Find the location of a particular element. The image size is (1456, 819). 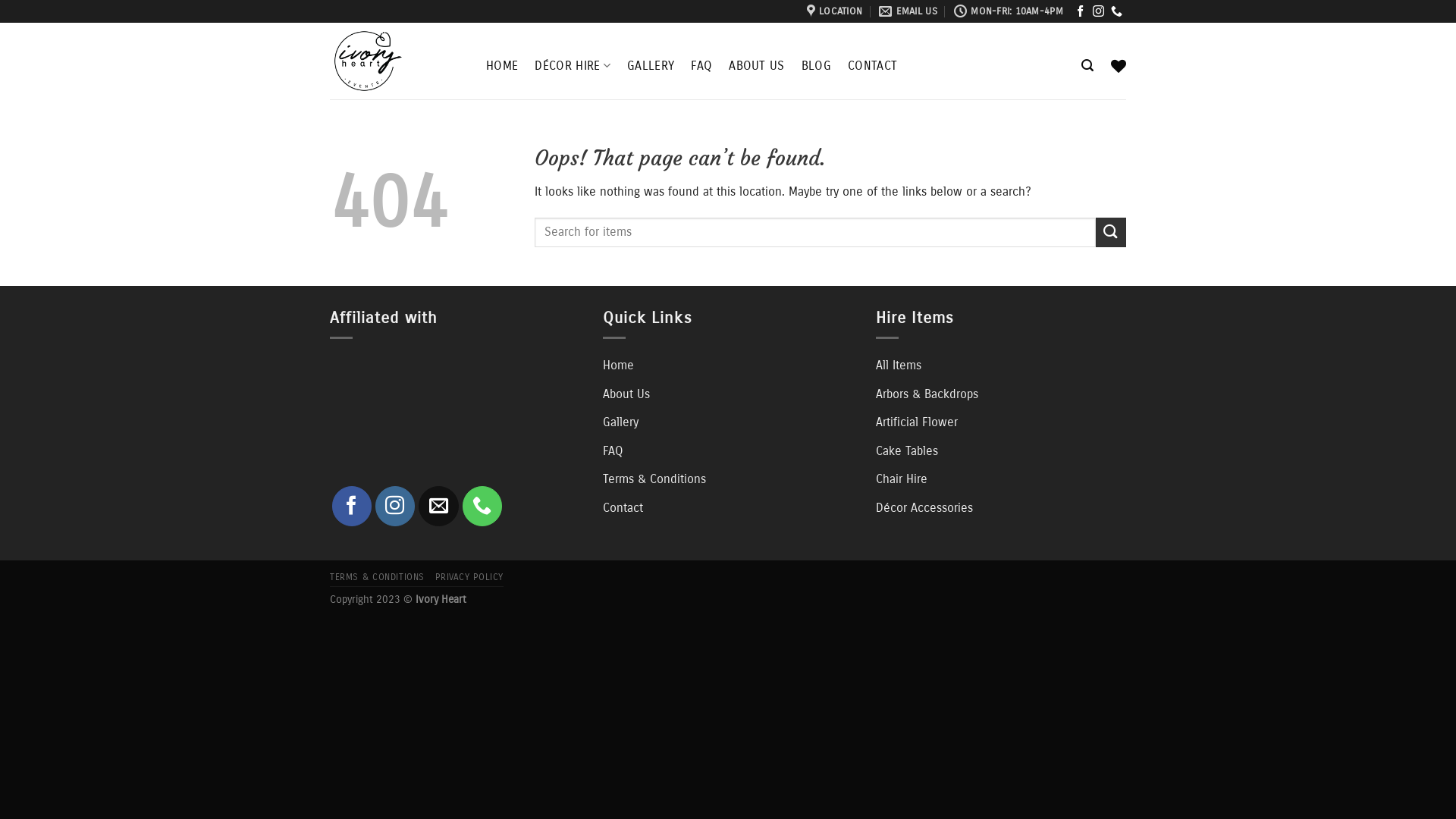

'Home' is located at coordinates (602, 366).